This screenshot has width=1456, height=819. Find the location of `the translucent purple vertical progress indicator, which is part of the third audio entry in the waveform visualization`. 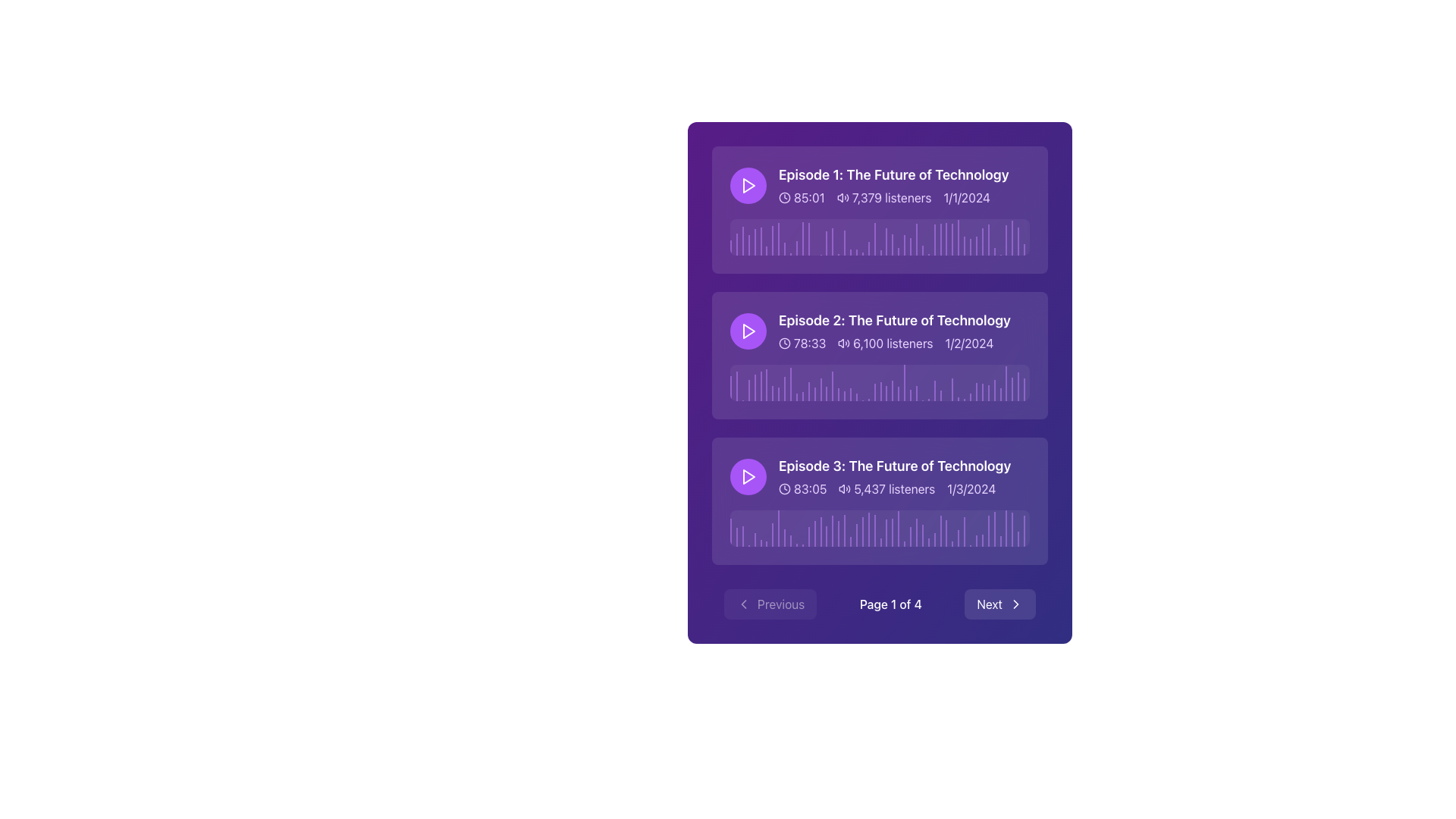

the translucent purple vertical progress indicator, which is part of the third audio entry in the waveform visualization is located at coordinates (844, 529).